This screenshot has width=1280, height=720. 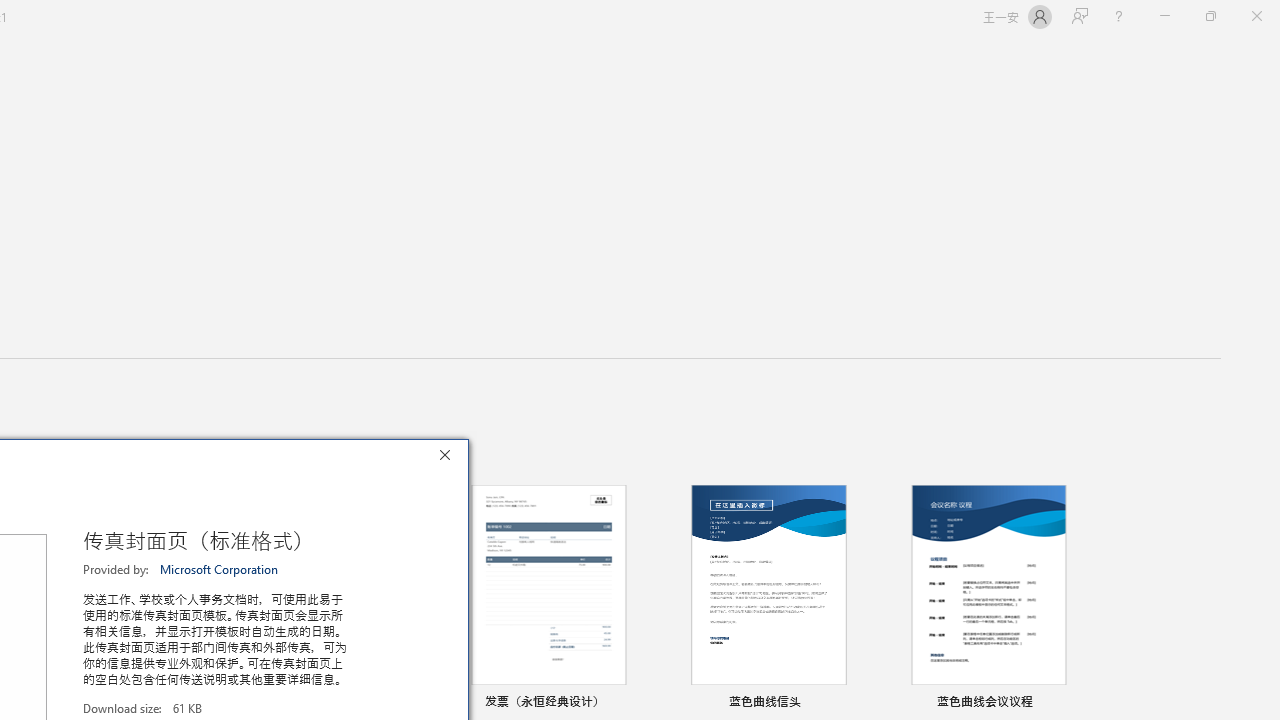 What do you see at coordinates (1074, 702) in the screenshot?
I see `'Pin to list'` at bounding box center [1074, 702].